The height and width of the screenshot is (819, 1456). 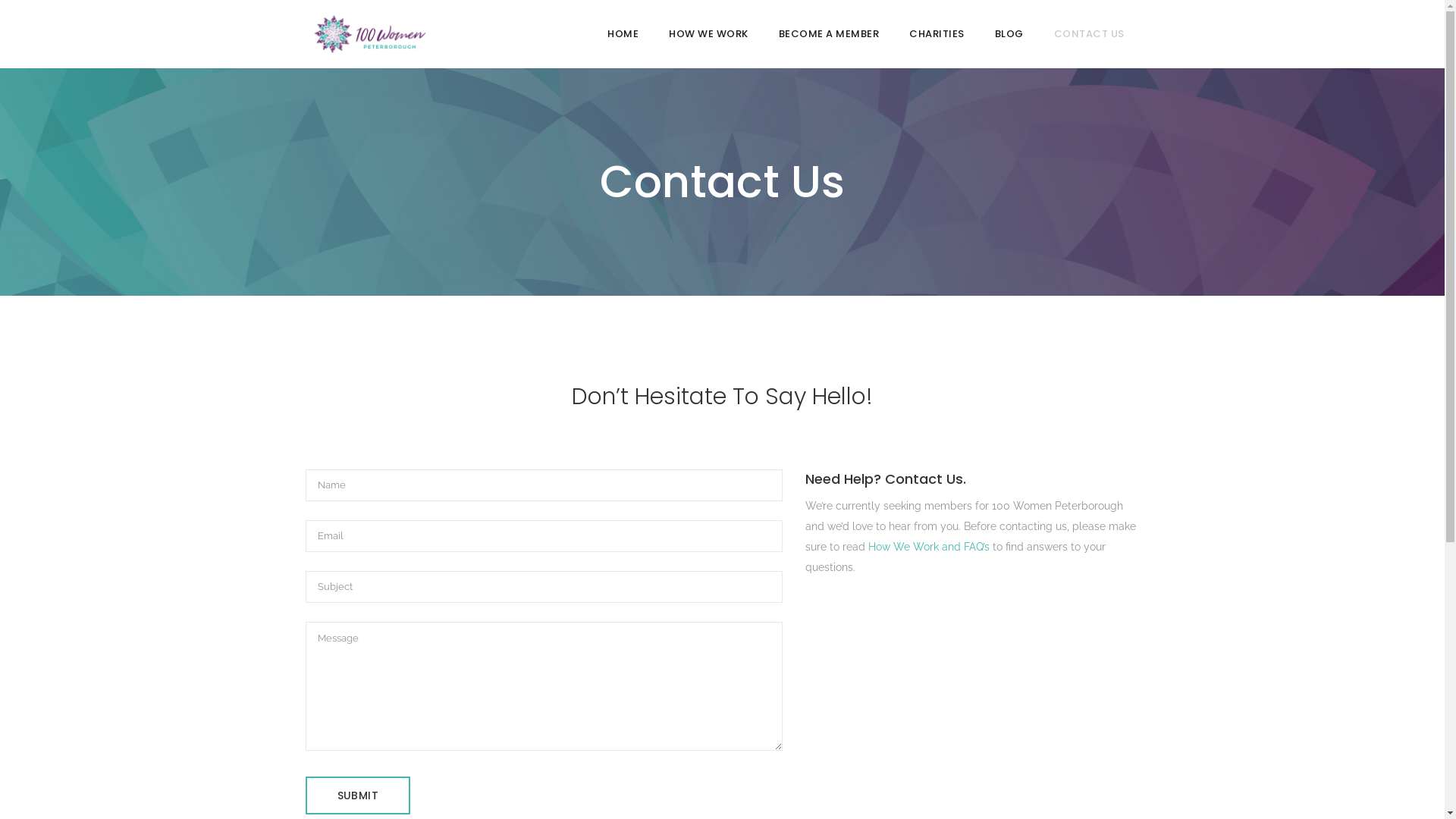 What do you see at coordinates (623, 34) in the screenshot?
I see `'HOME'` at bounding box center [623, 34].